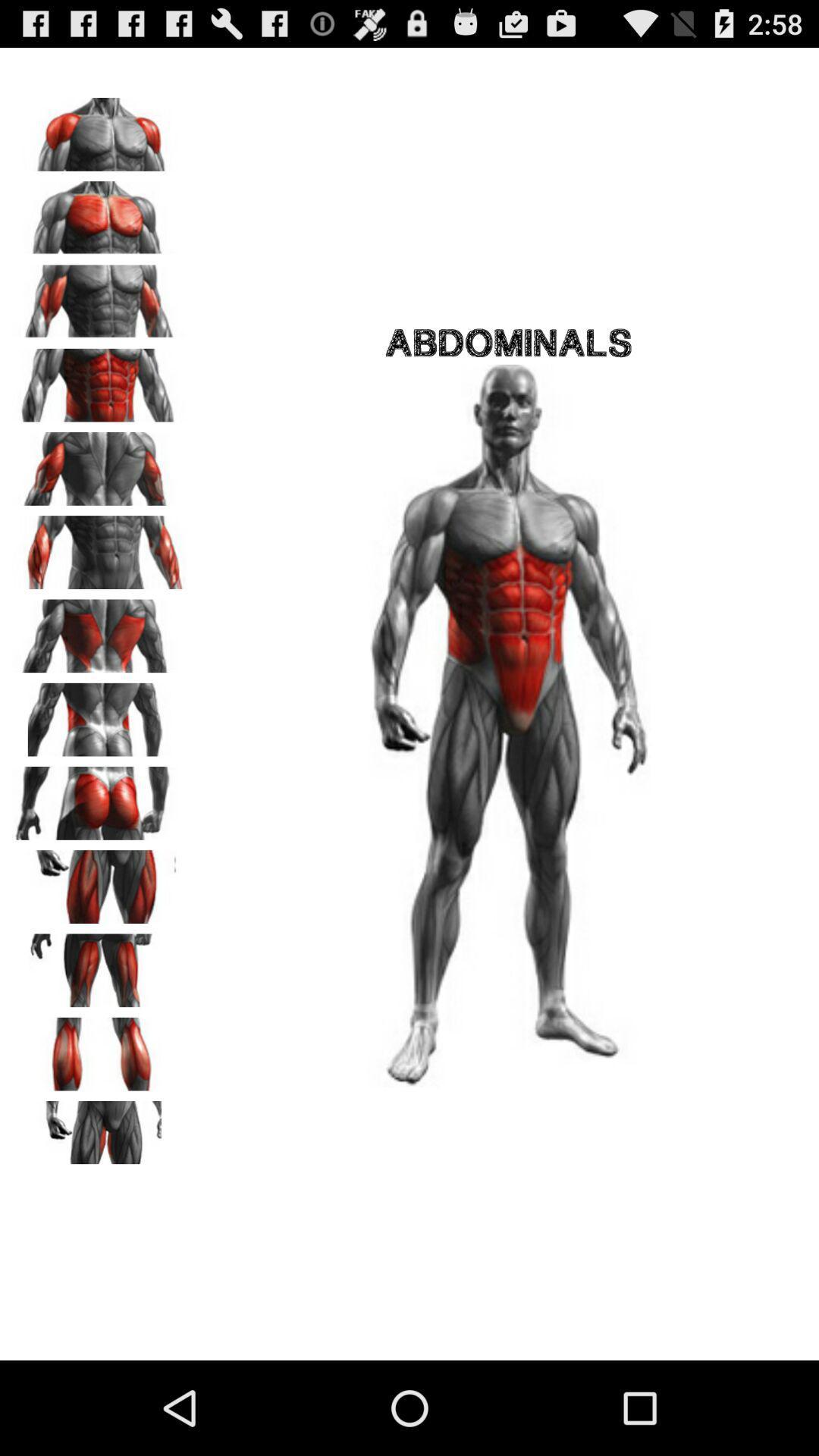 Image resolution: width=819 pixels, height=1456 pixels. I want to click on the font icon, so click(99, 1032).